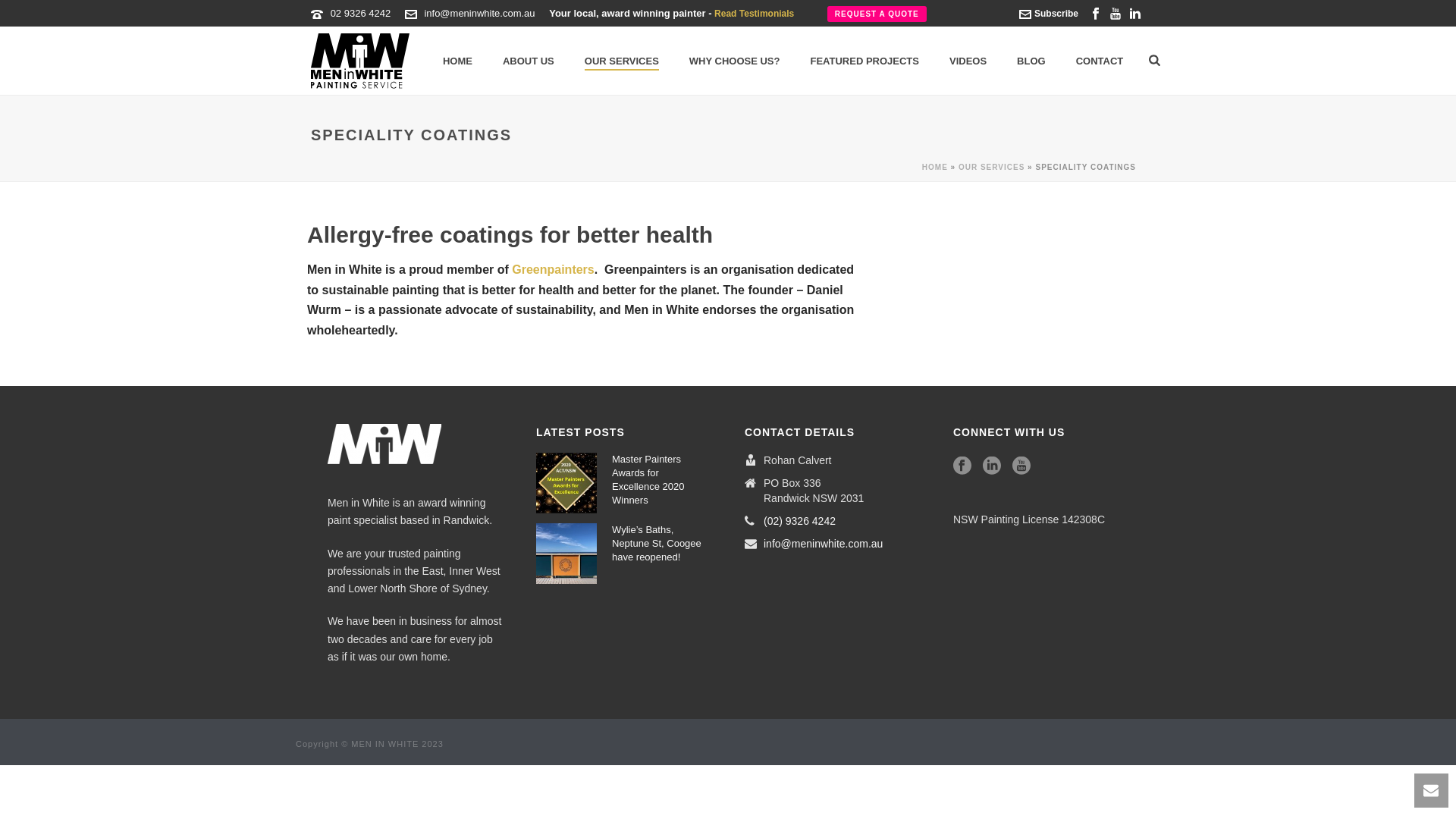 The image size is (1456, 819). Describe the element at coordinates (754, 14) in the screenshot. I see `'Read Testimonials'` at that location.